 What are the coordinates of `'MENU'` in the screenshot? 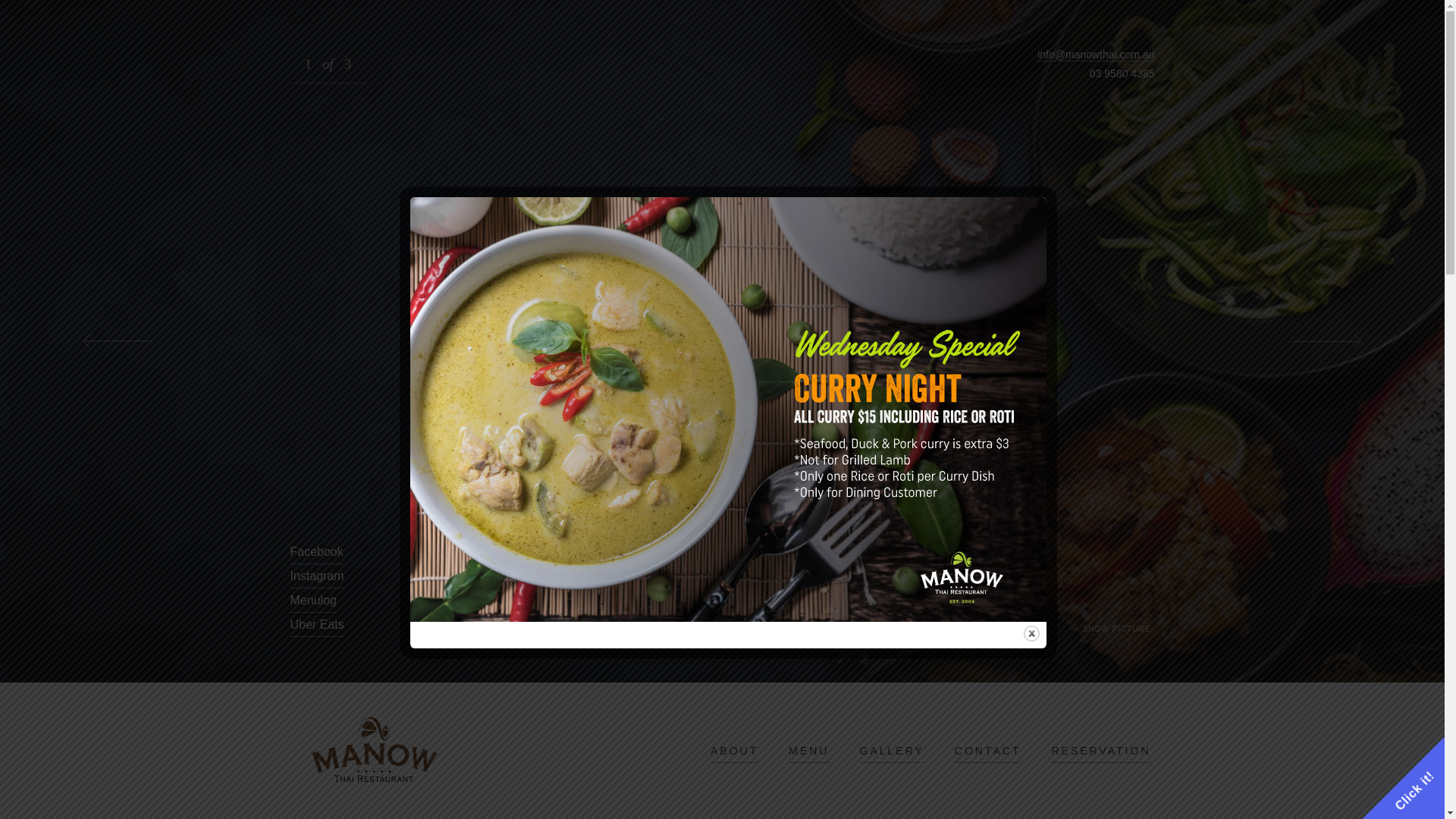 It's located at (789, 751).